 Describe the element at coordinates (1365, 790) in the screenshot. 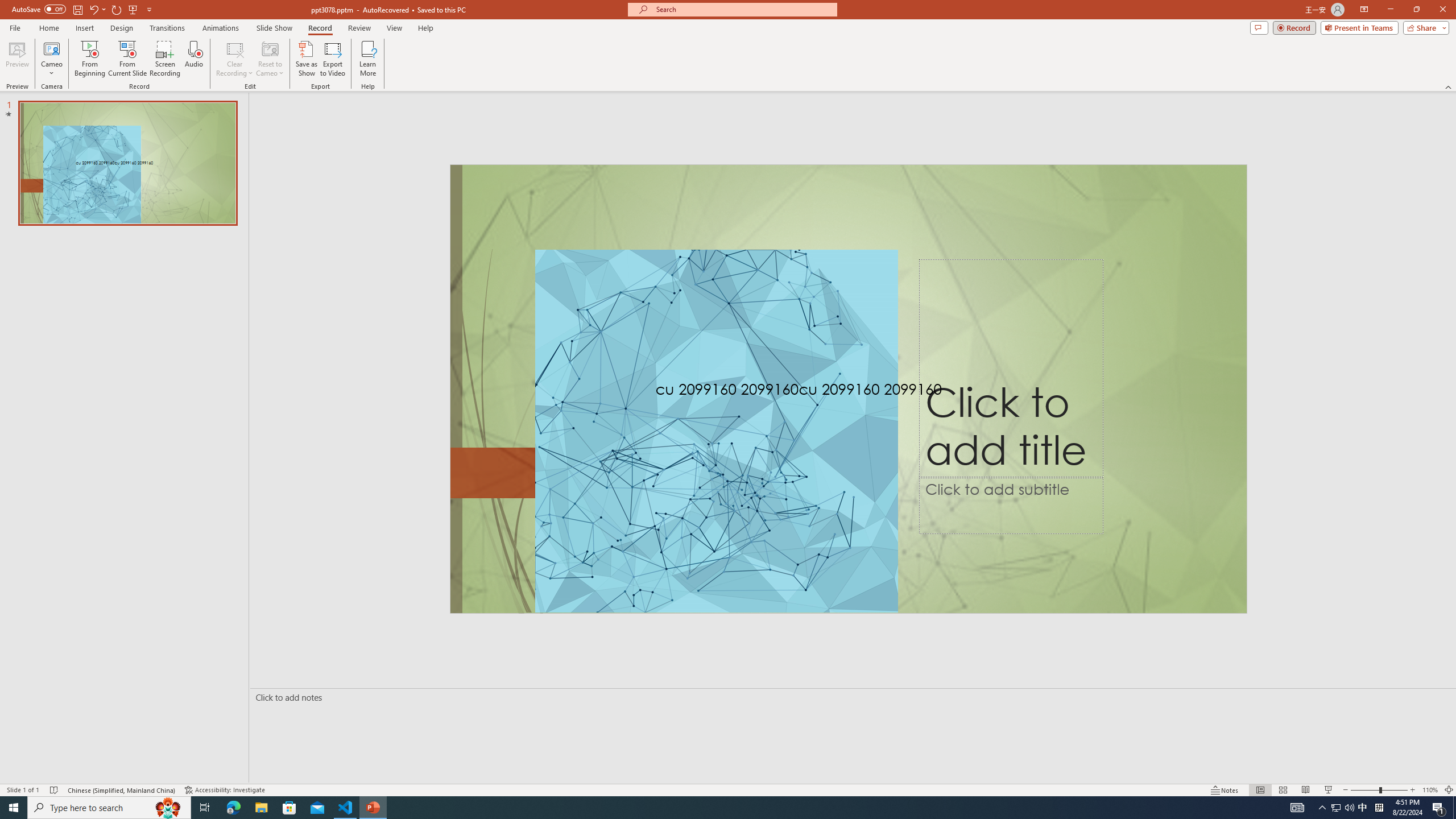

I see `'Zoom Out'` at that location.